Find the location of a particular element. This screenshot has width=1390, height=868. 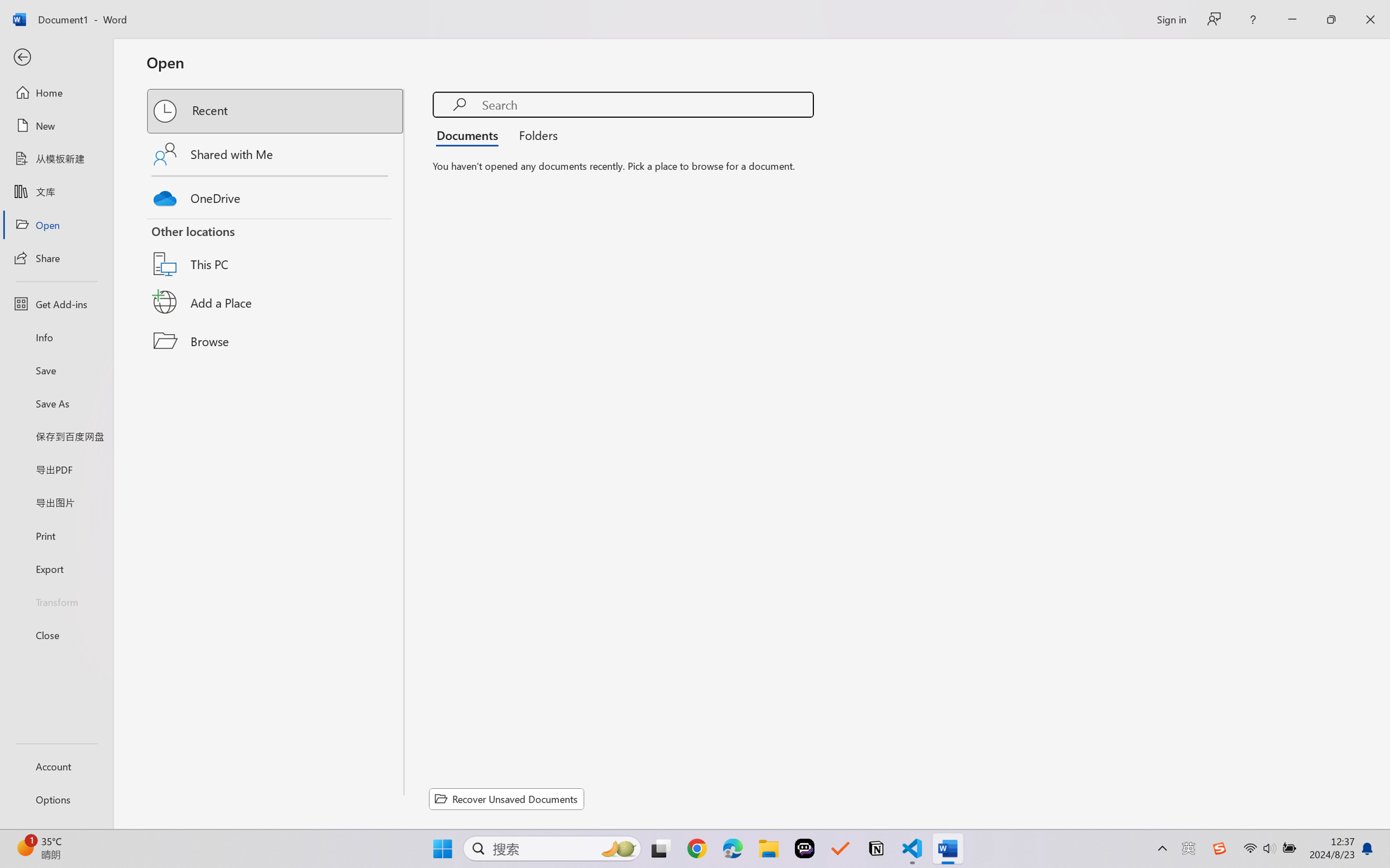

'Account' is located at coordinates (56, 766).